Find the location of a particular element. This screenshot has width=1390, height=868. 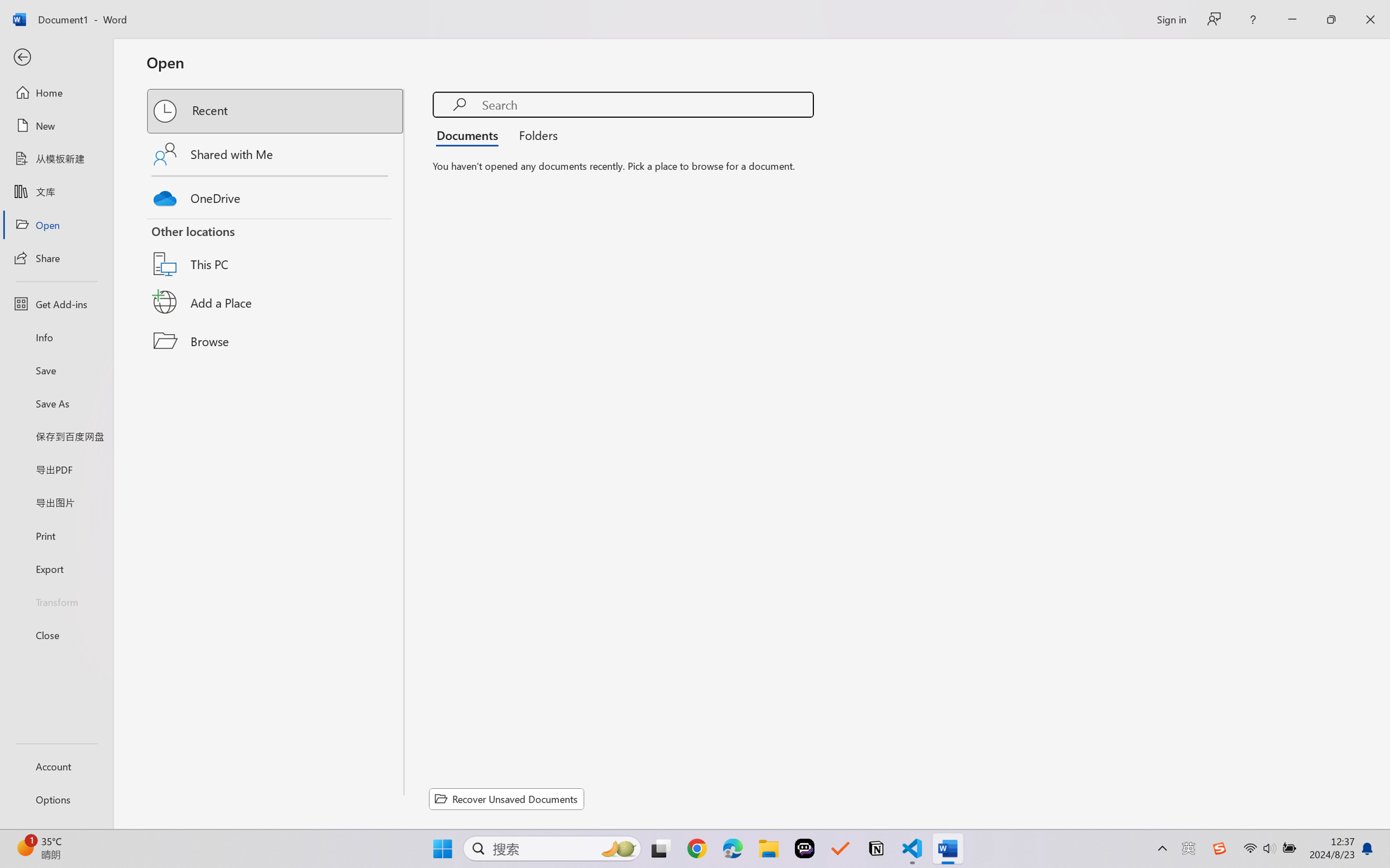

'Account' is located at coordinates (56, 766).